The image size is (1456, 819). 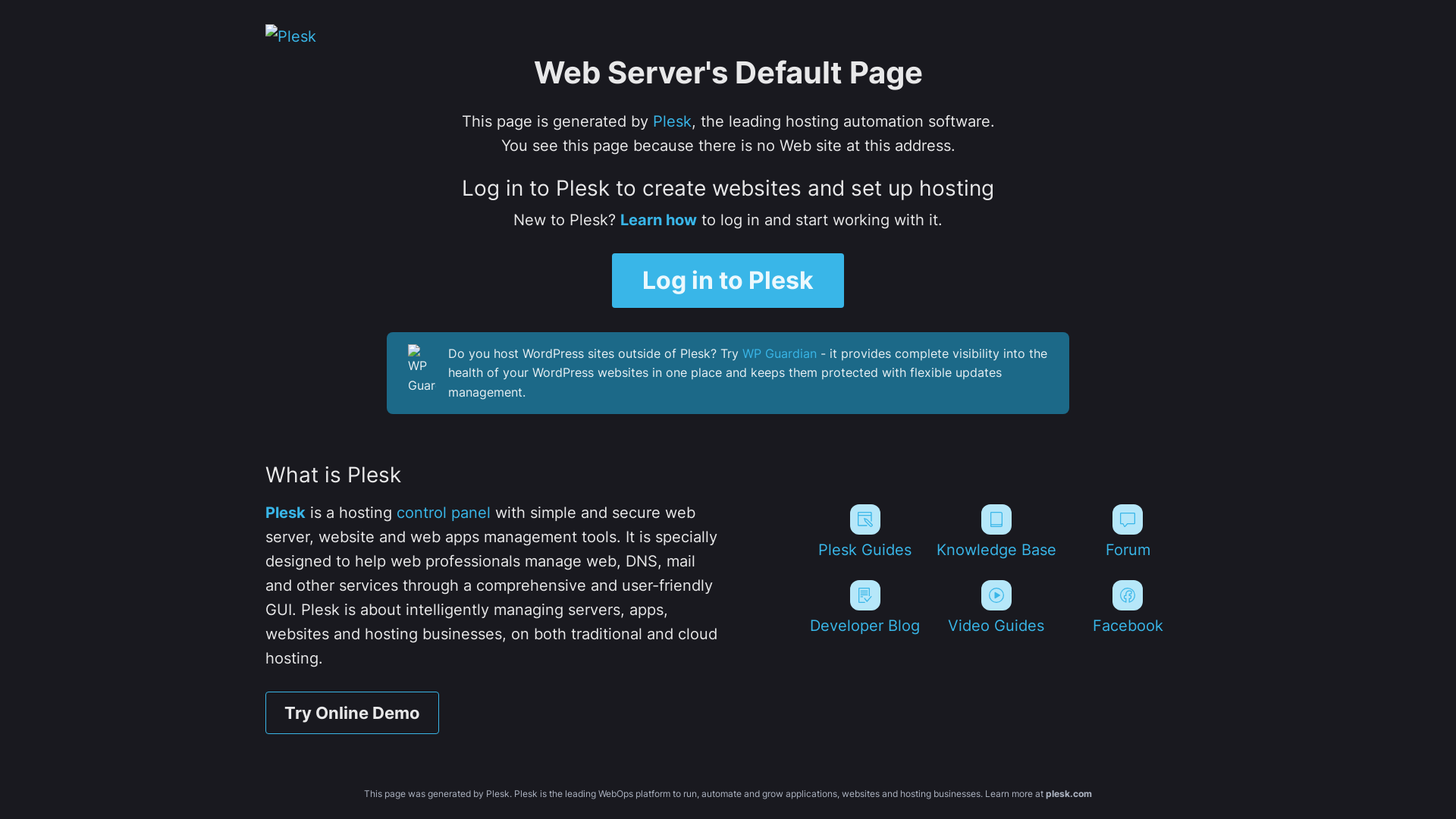 I want to click on 'Learn how', so click(x=658, y=219).